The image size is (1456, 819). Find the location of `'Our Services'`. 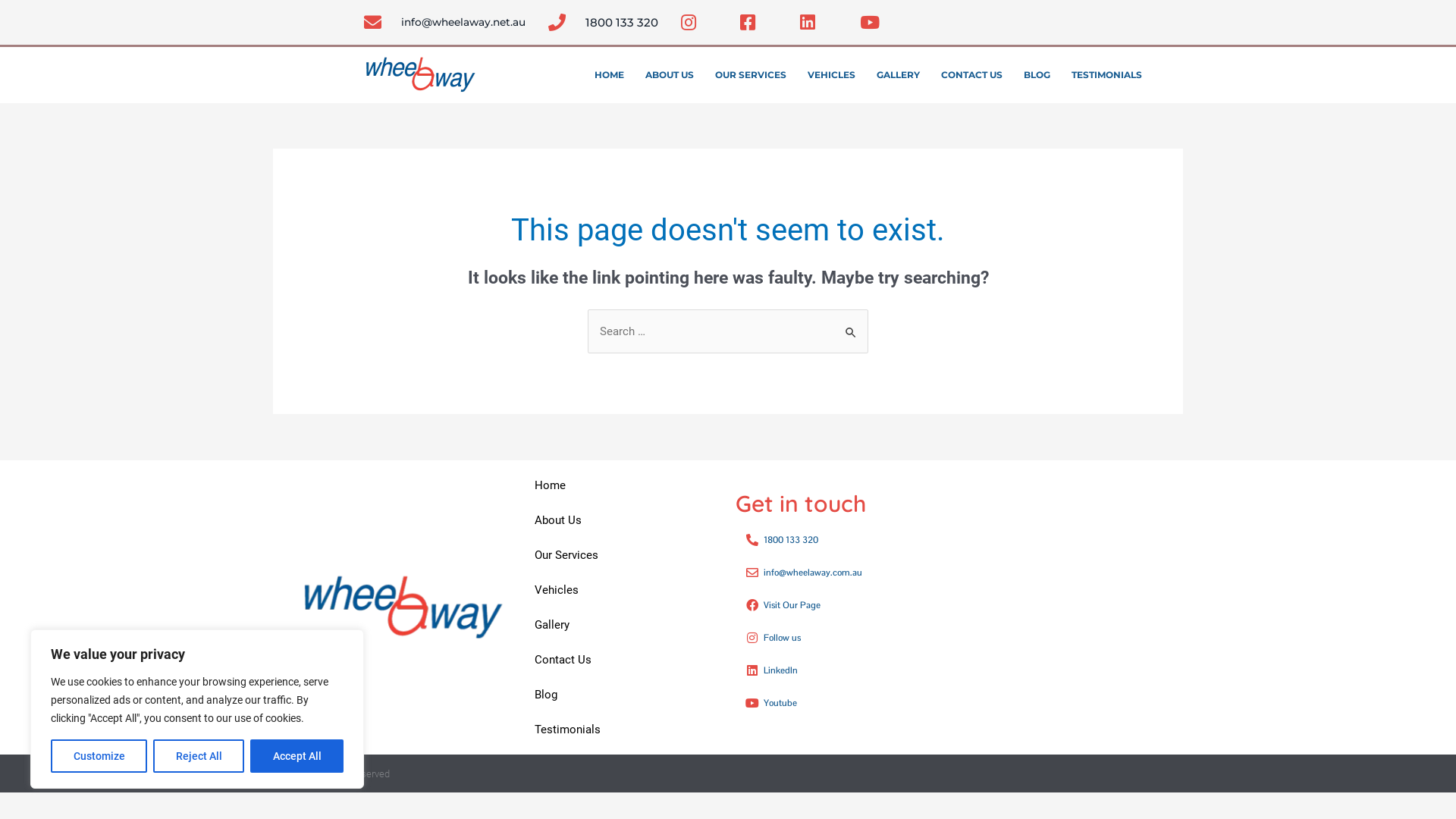

'Our Services' is located at coordinates (620, 555).